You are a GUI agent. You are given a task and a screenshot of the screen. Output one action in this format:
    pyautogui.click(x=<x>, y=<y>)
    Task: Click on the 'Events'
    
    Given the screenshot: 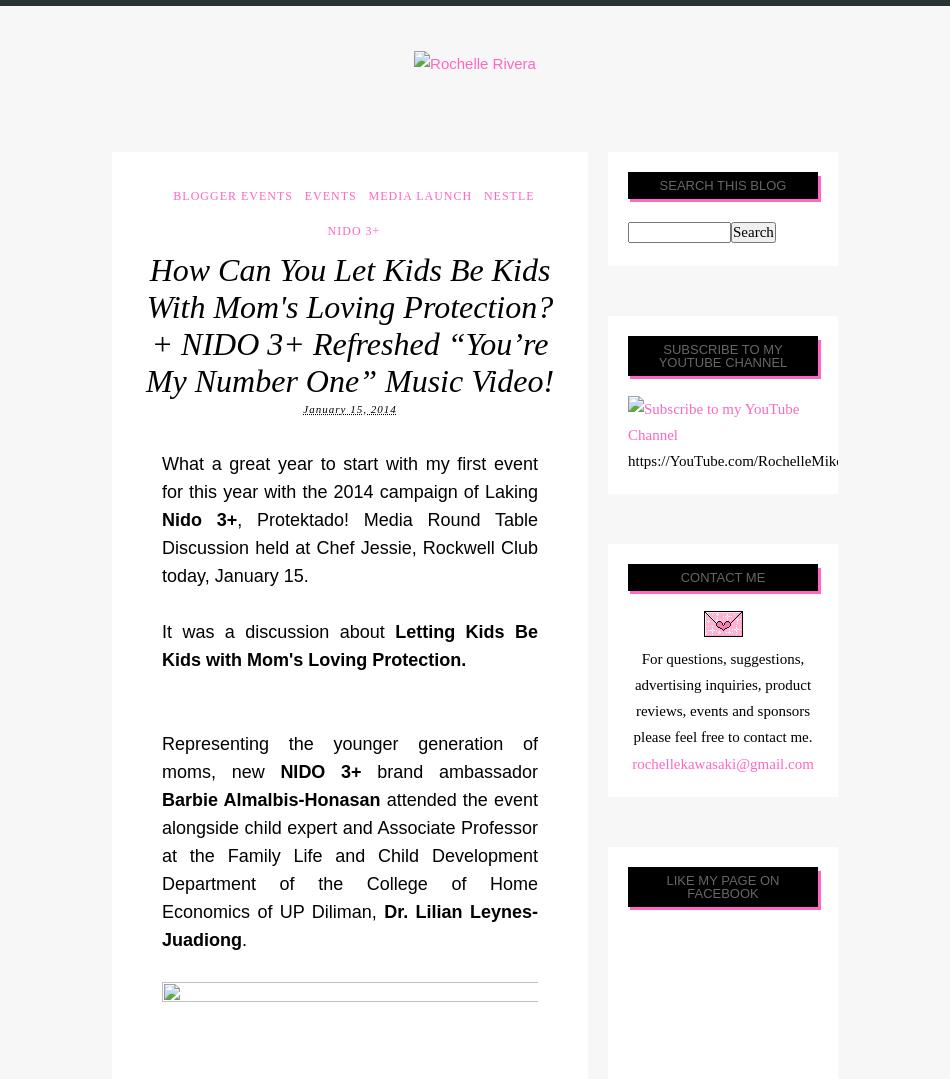 What is the action you would take?
    pyautogui.click(x=329, y=195)
    